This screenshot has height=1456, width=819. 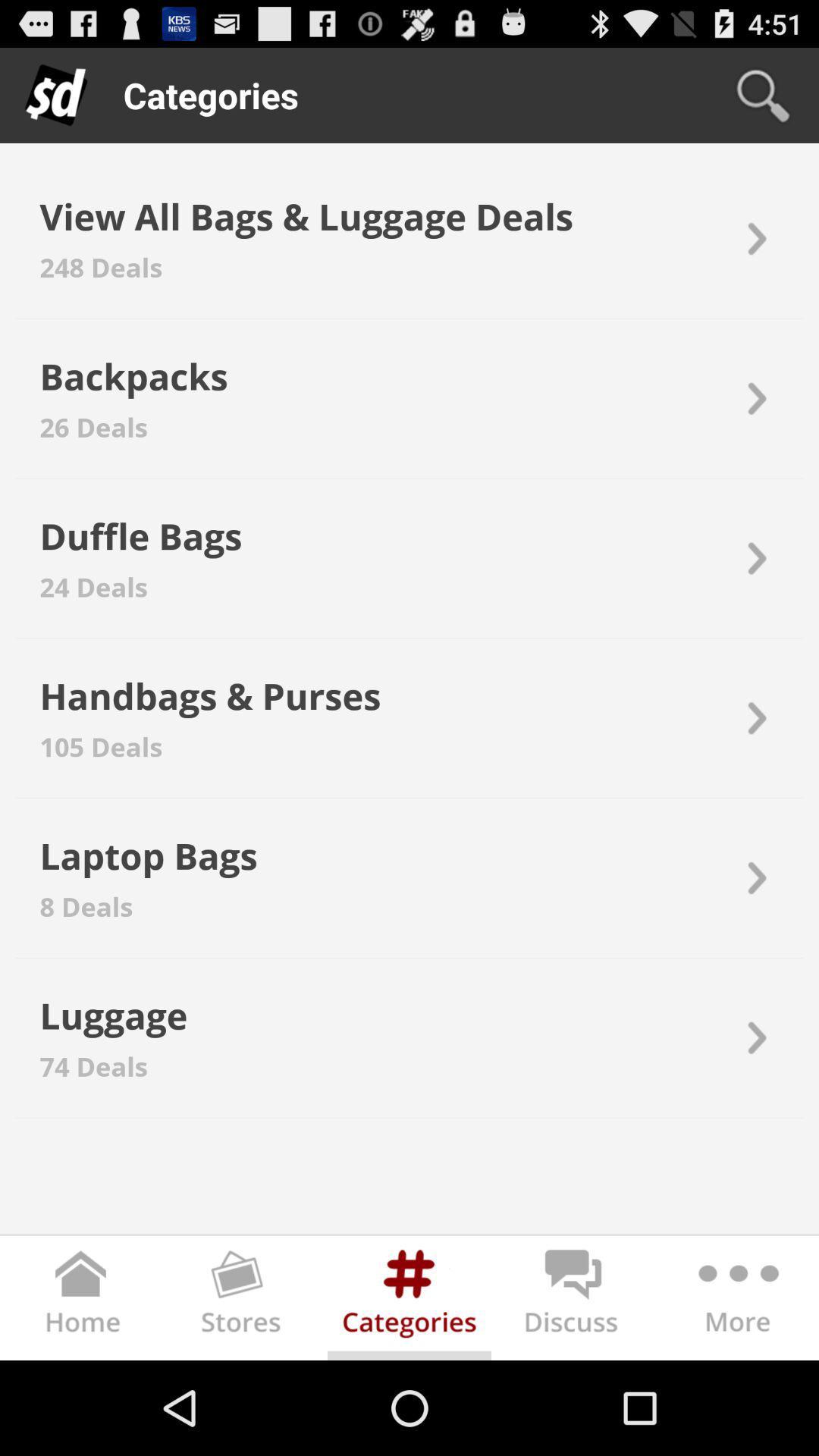 I want to click on the button in the second option, so click(x=755, y=399).